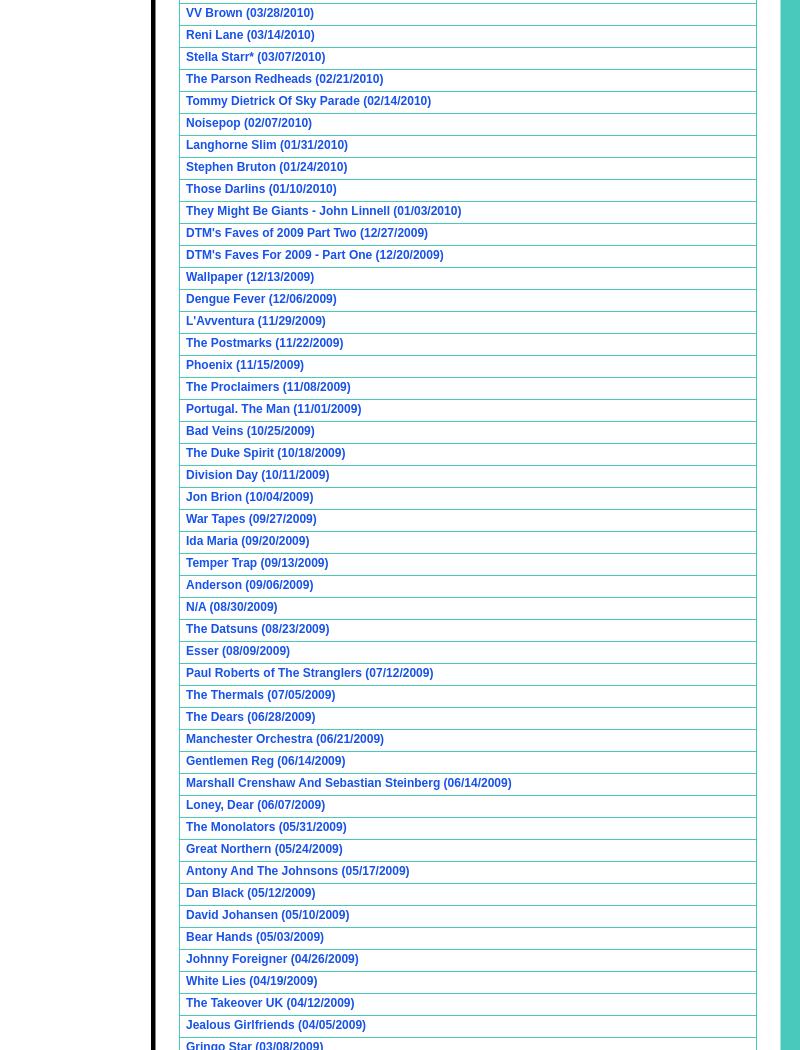 The width and height of the screenshot is (800, 1050). Describe the element at coordinates (254, 804) in the screenshot. I see `'Loney, Dear (06/07/2009)'` at that location.